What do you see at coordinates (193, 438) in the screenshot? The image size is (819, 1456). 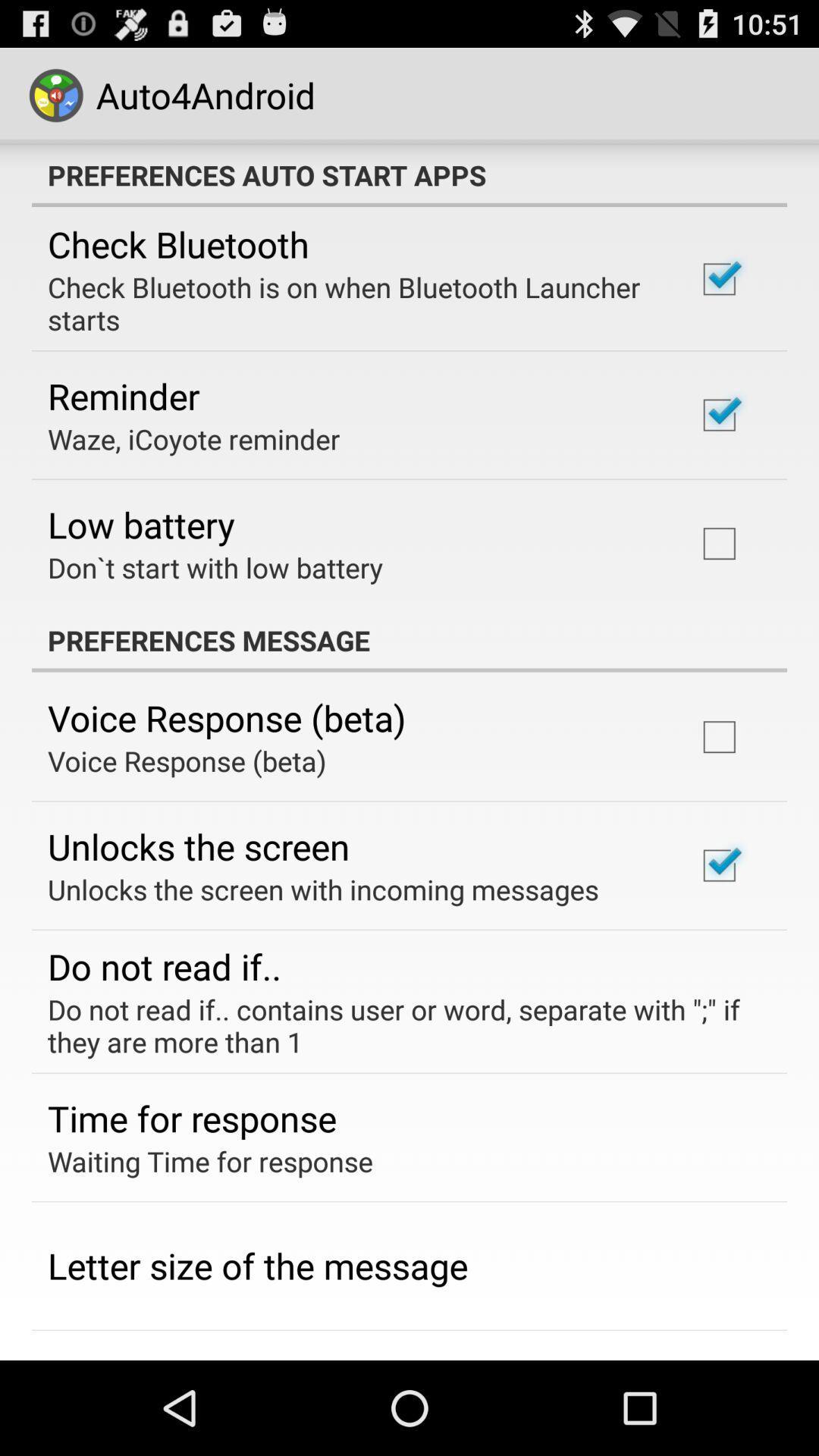 I see `app below the reminder` at bounding box center [193, 438].